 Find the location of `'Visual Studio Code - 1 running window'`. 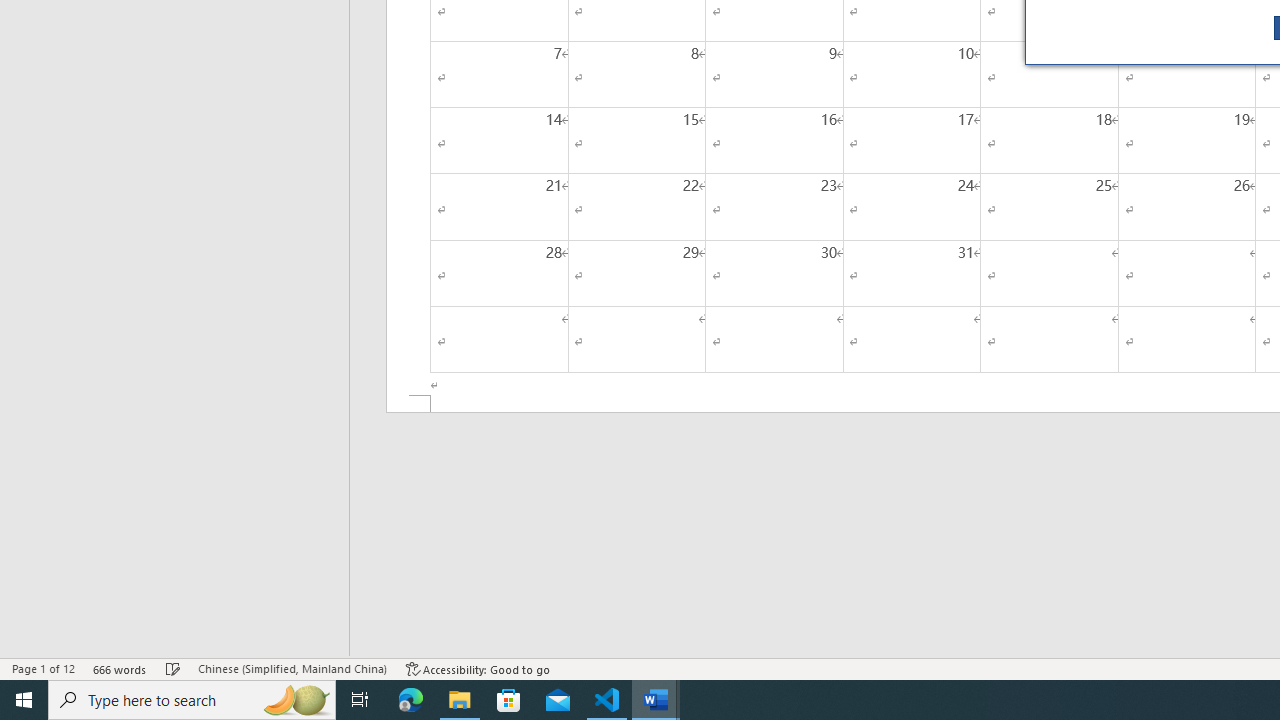

'Visual Studio Code - 1 running window' is located at coordinates (606, 698).